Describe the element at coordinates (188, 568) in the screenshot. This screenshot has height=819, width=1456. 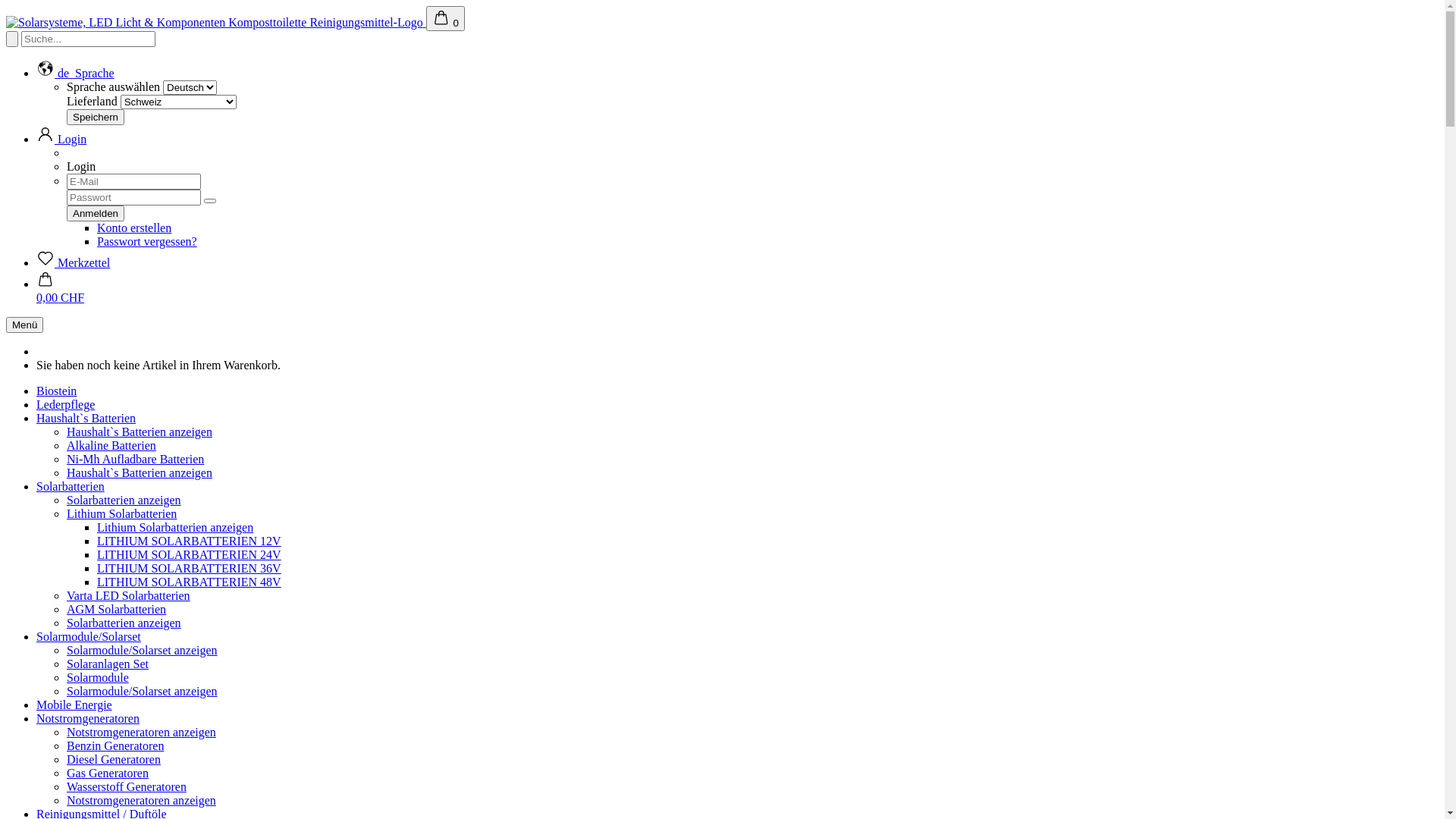
I see `'LITHIUM SOLARBATTERIEN 36V'` at that location.